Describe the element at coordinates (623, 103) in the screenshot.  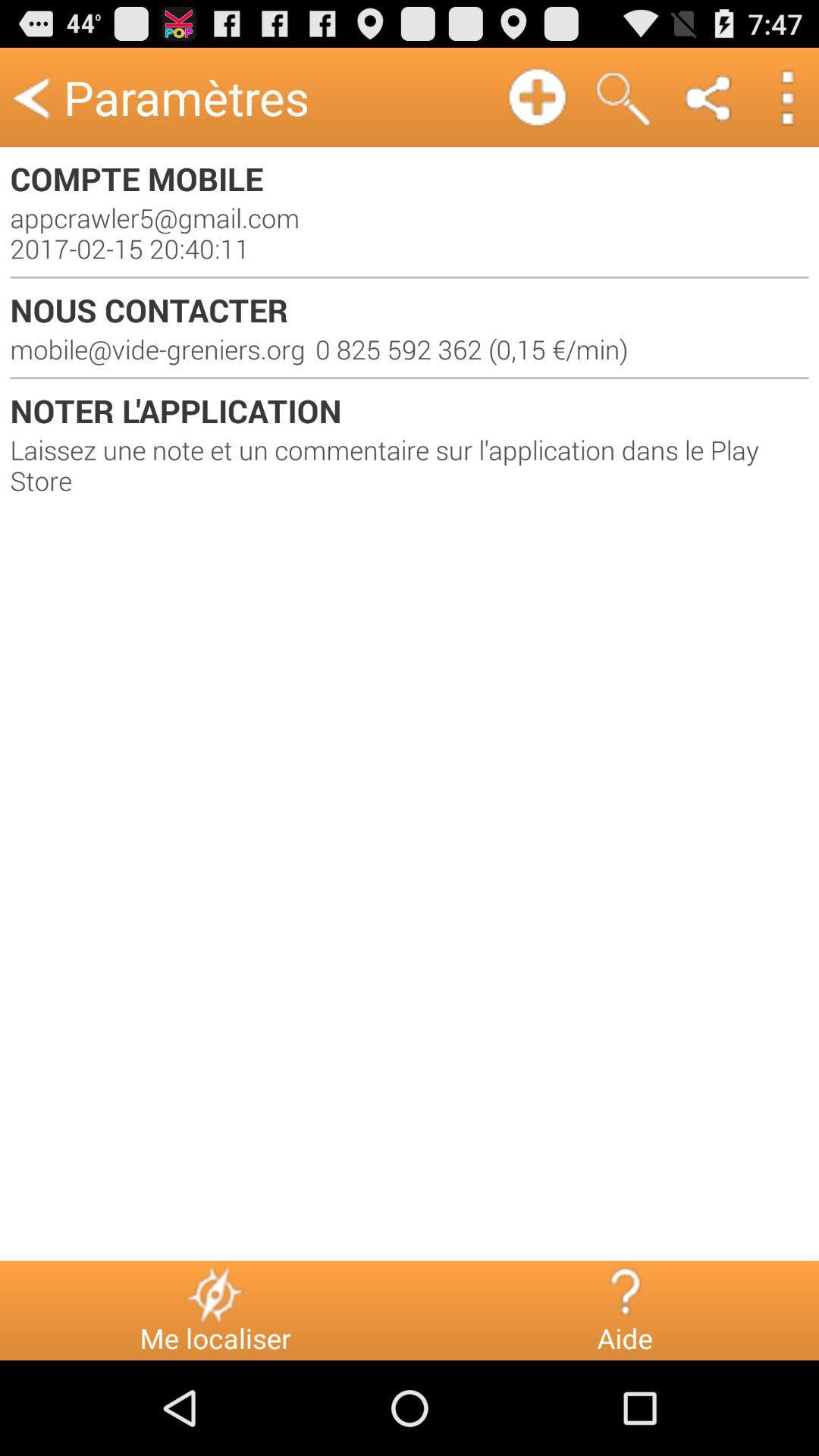
I see `the search icon` at that location.